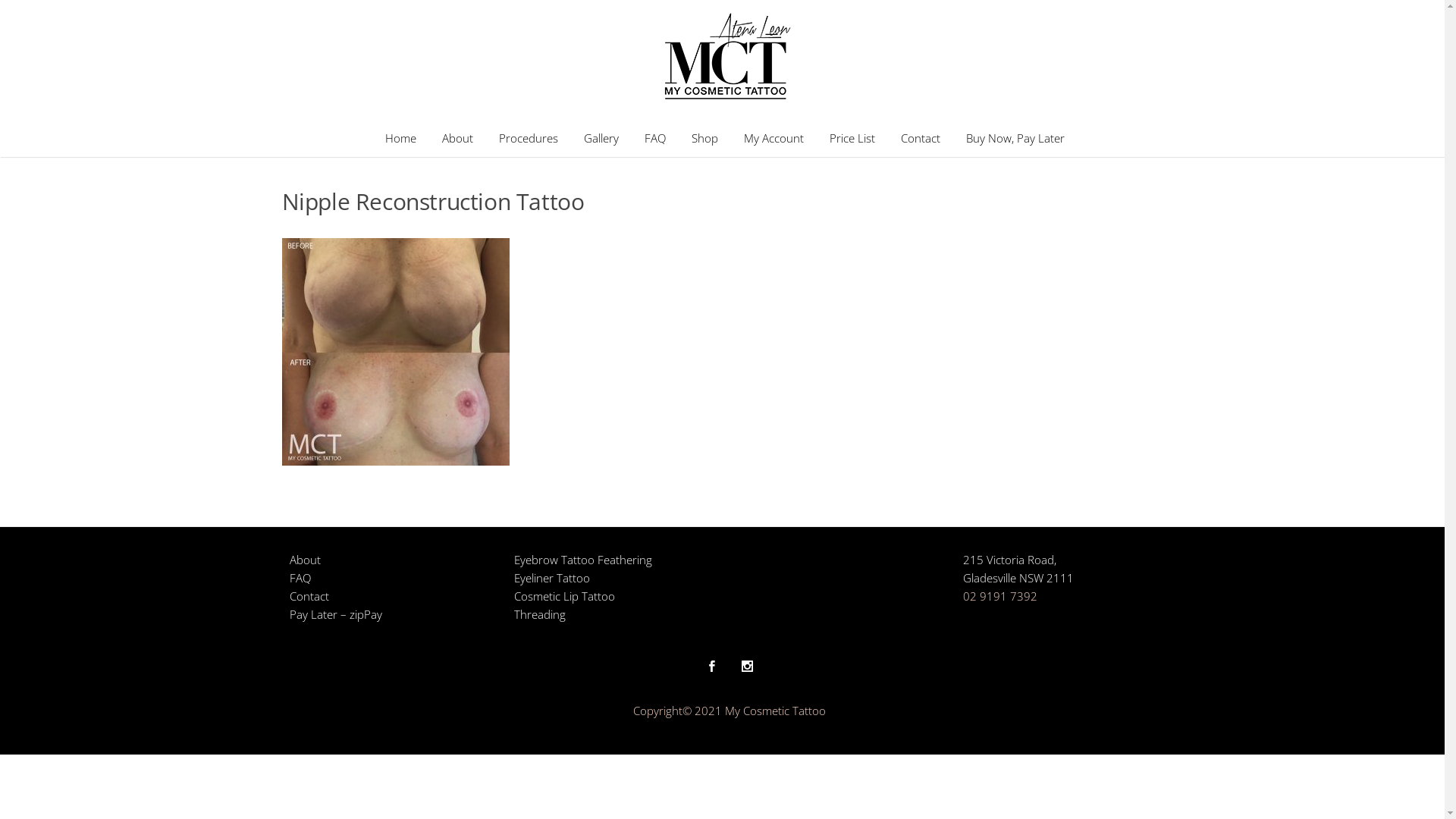  What do you see at coordinates (563, 595) in the screenshot?
I see `'Cosmetic Lip Tattoo'` at bounding box center [563, 595].